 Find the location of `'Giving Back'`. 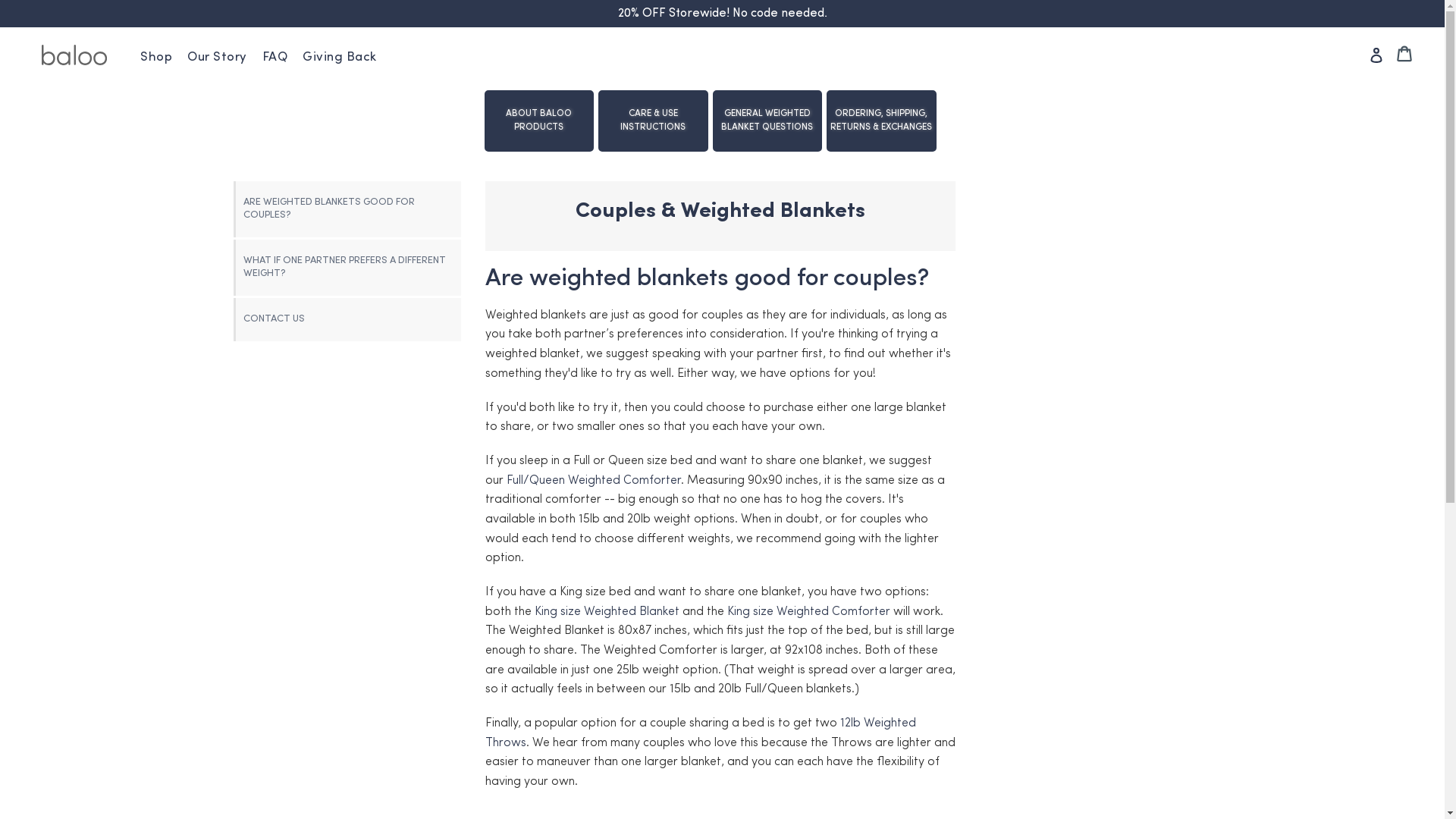

'Giving Back' is located at coordinates (338, 56).